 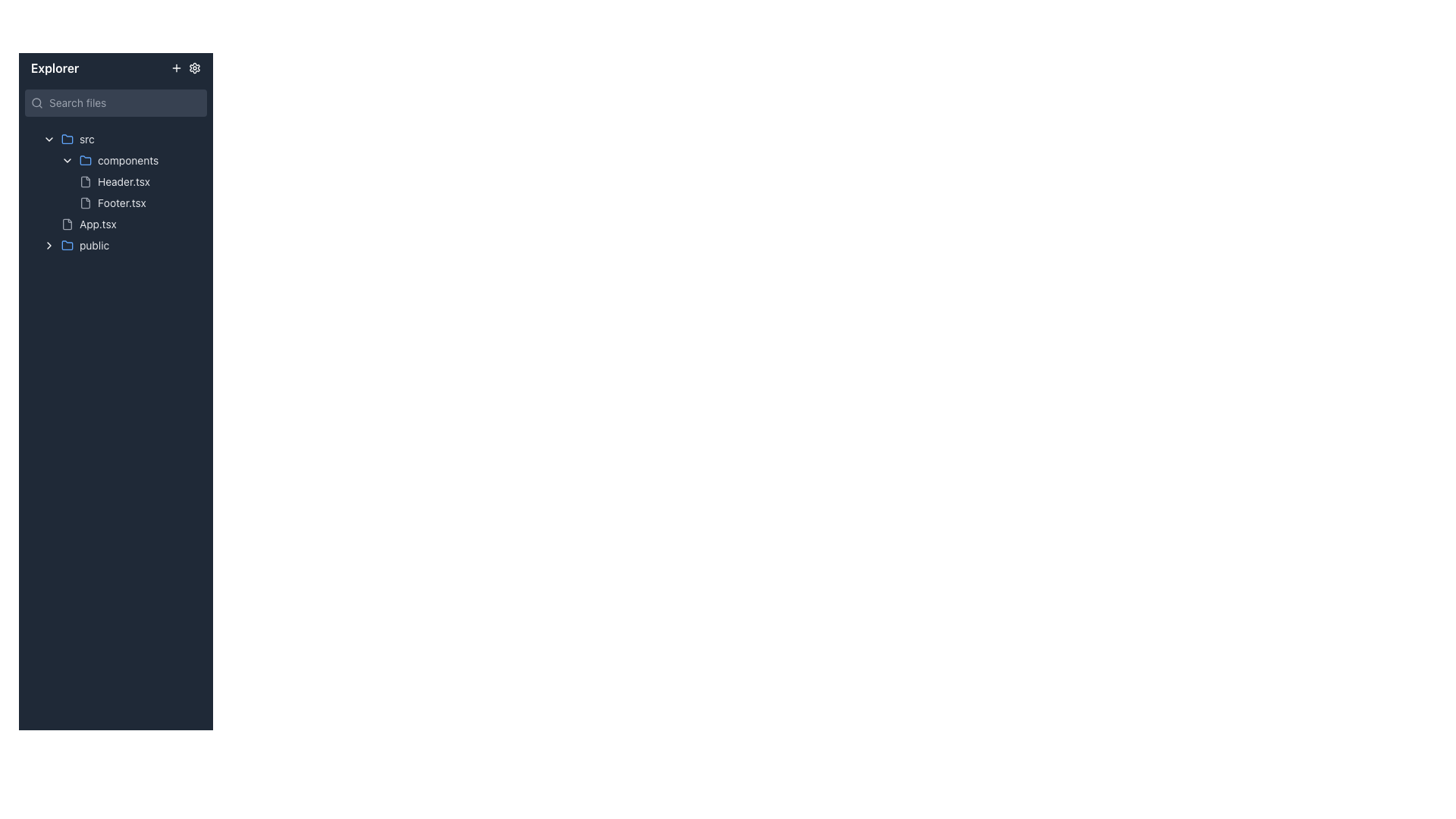 What do you see at coordinates (115, 192) in the screenshot?
I see `the 'Header.tsx' file in the navigation tree located under the 'src' folder and 'components' subfolder` at bounding box center [115, 192].